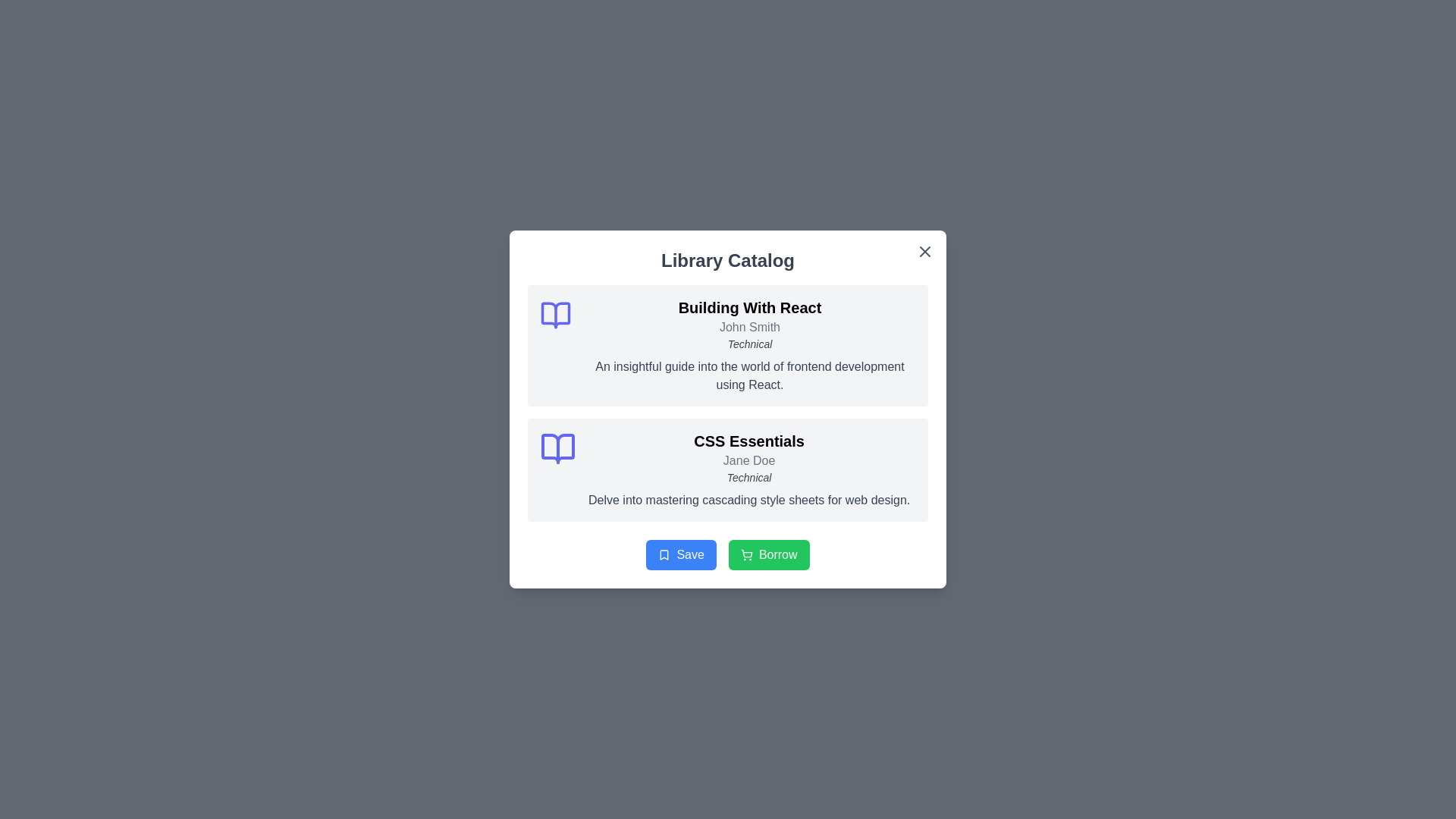 The width and height of the screenshot is (1456, 819). Describe the element at coordinates (924, 250) in the screenshot. I see `the line segment of the 'X' close button located in the top right corner of the popup interface` at that location.